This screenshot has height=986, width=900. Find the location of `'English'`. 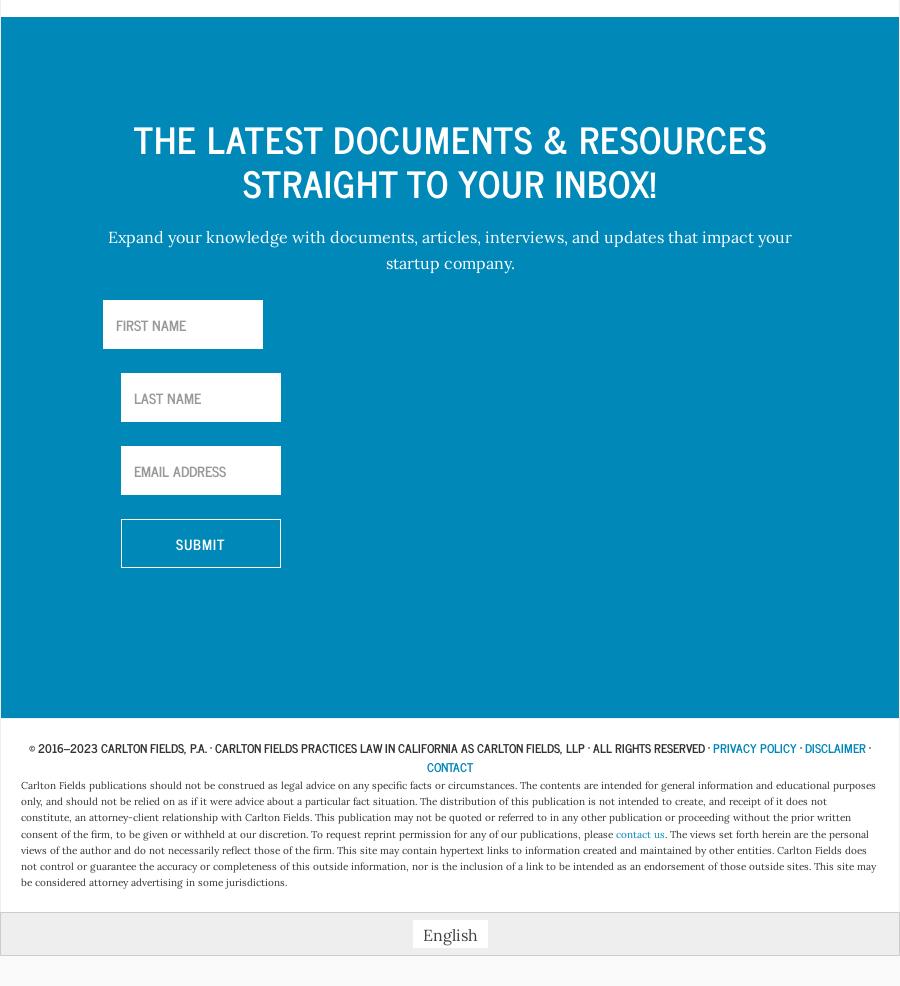

'English' is located at coordinates (449, 934).